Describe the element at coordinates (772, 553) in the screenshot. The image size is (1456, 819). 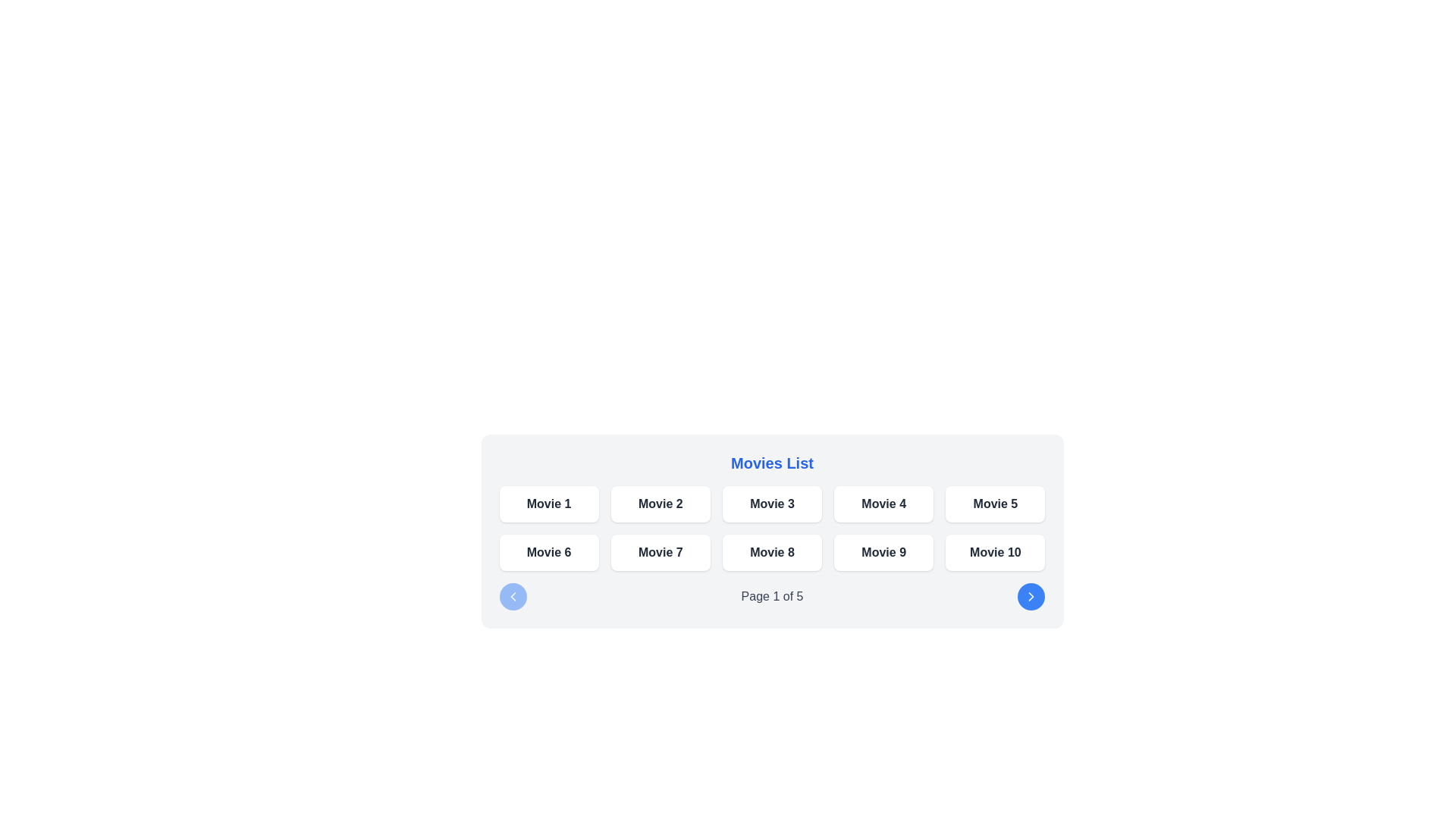
I see `the static text display labeled 'Movie 8', which is located in the second row and third column of a grid layout containing similar elements` at that location.